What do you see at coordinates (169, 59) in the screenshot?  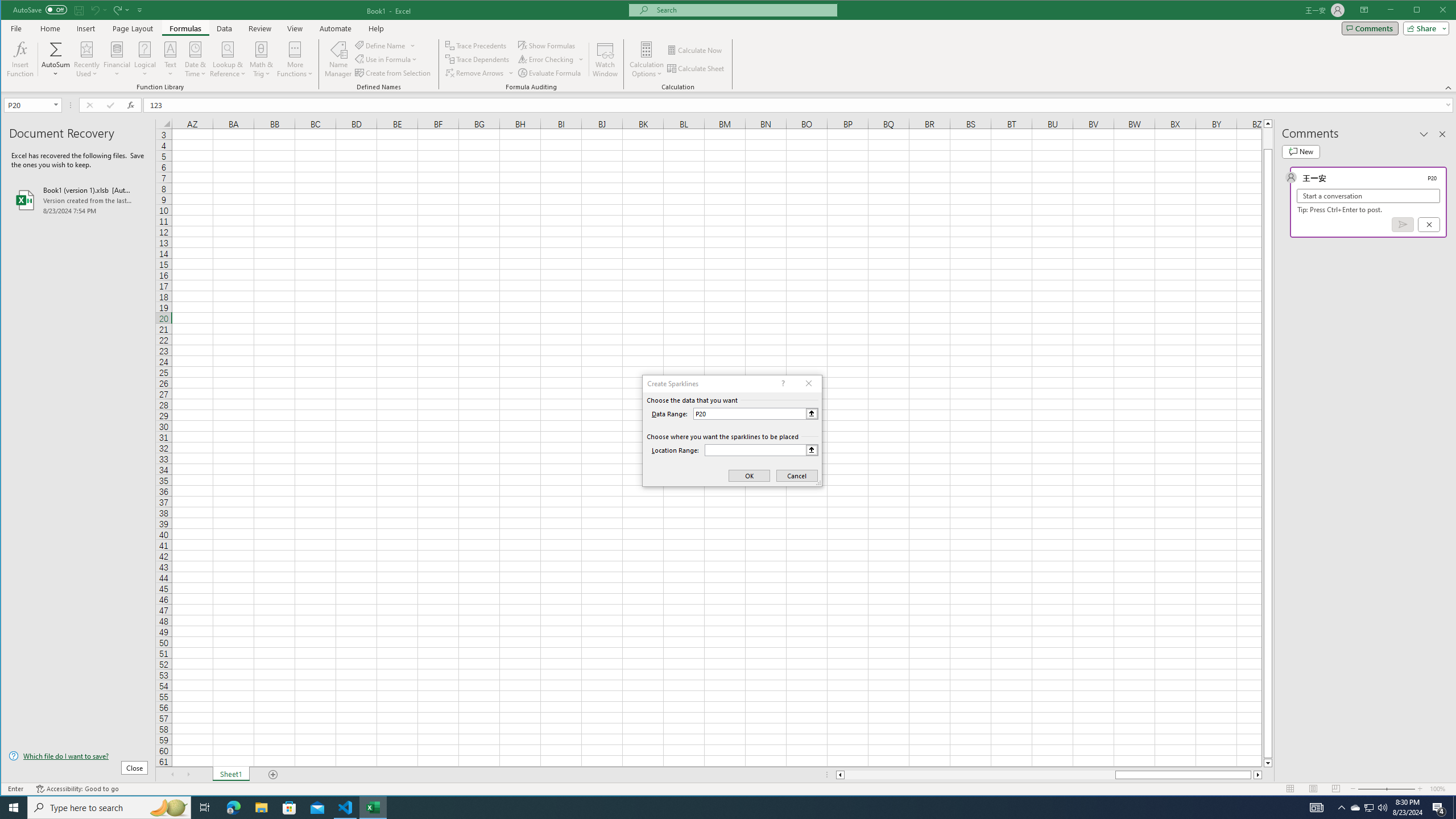 I see `'Text'` at bounding box center [169, 59].